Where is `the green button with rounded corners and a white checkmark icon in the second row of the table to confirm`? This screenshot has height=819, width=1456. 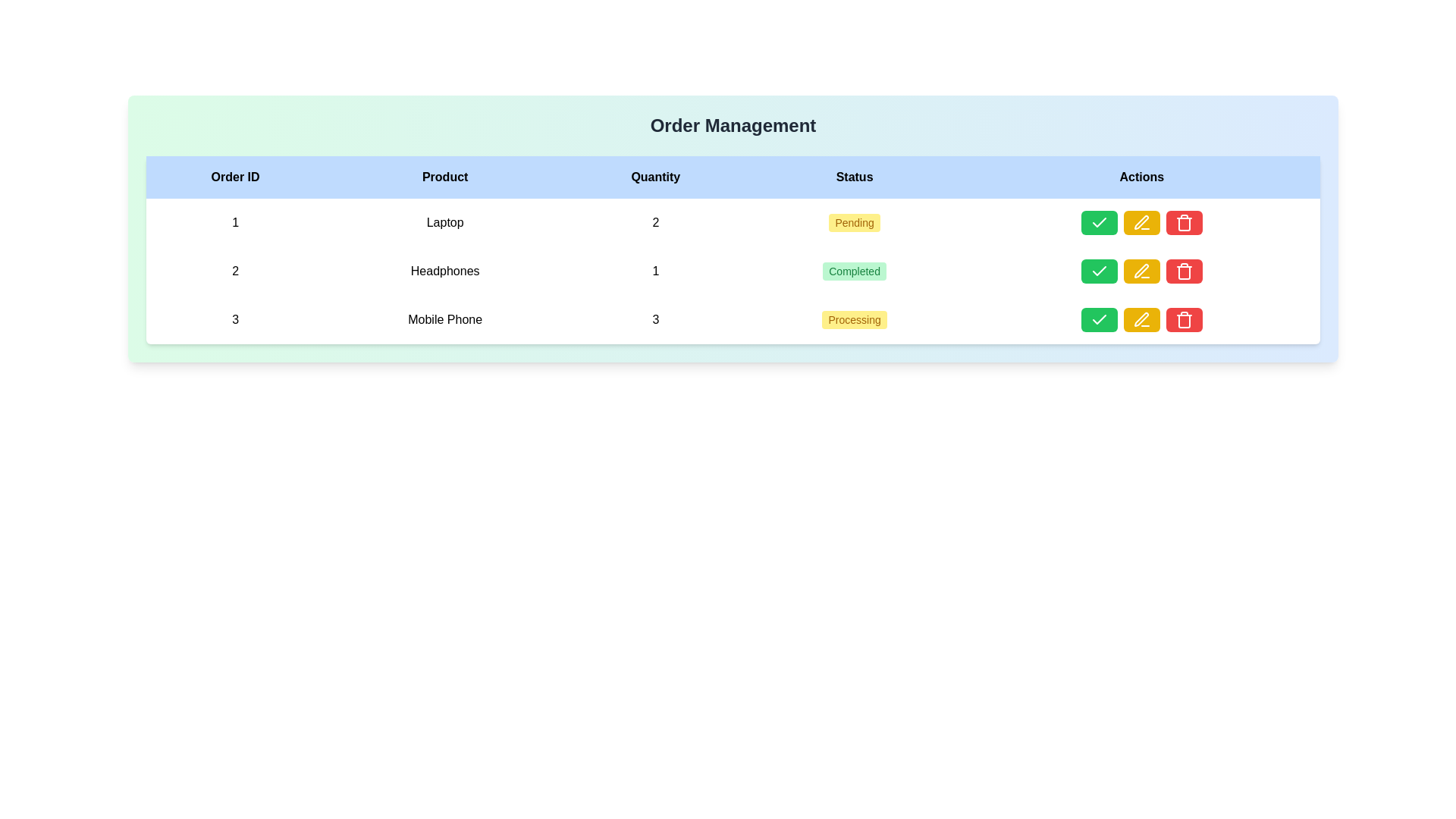
the green button with rounded corners and a white checkmark icon in the second row of the table to confirm is located at coordinates (1099, 271).